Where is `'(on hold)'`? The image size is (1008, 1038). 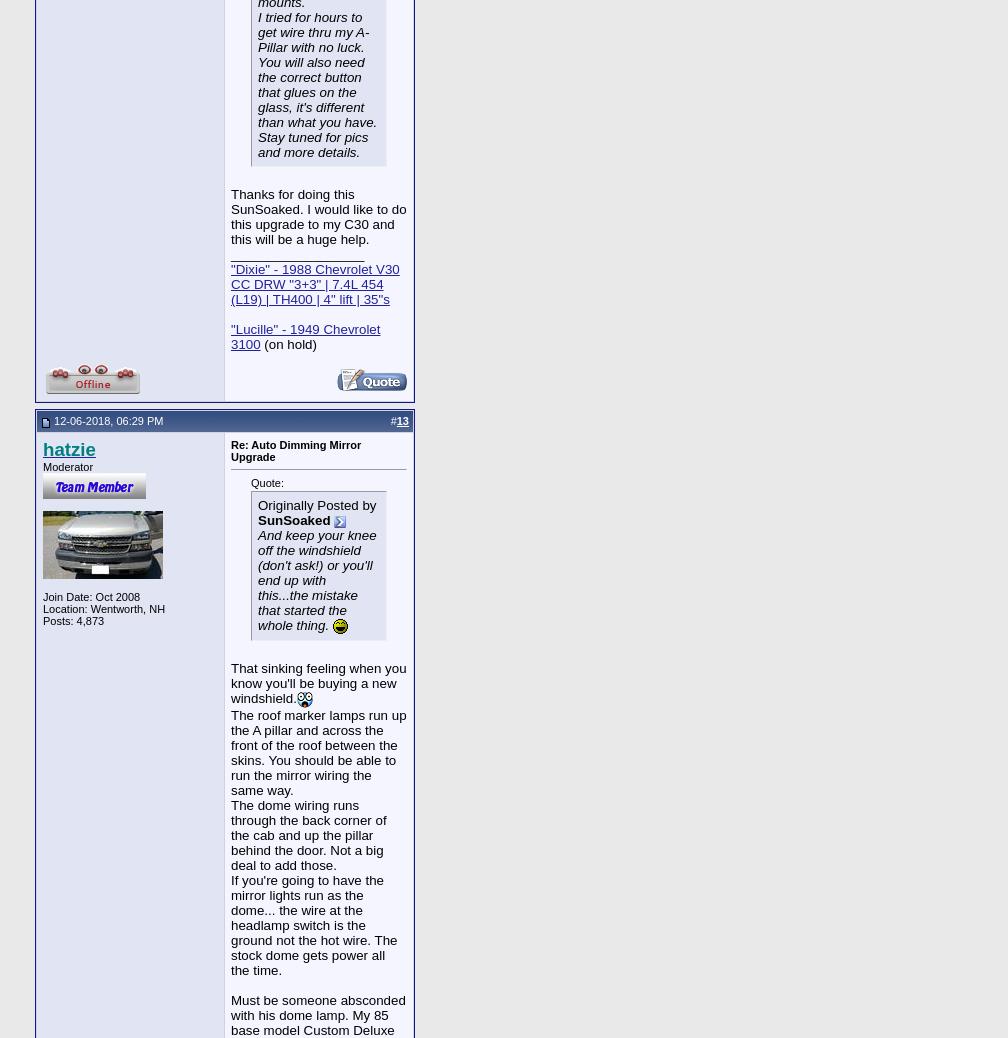 '(on hold)' is located at coordinates (287, 344).